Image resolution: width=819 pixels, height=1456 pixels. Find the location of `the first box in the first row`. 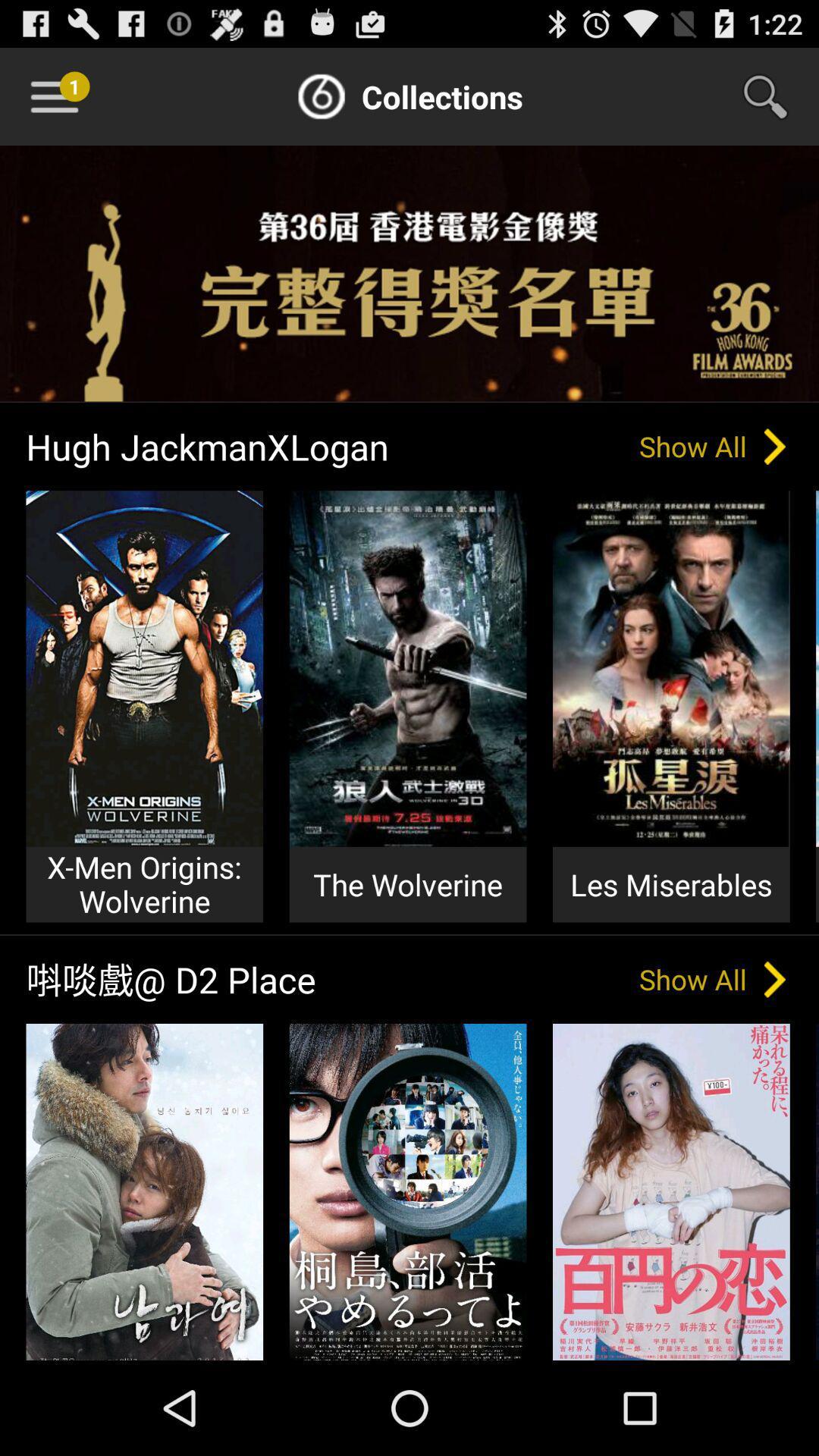

the first box in the first row is located at coordinates (145, 668).